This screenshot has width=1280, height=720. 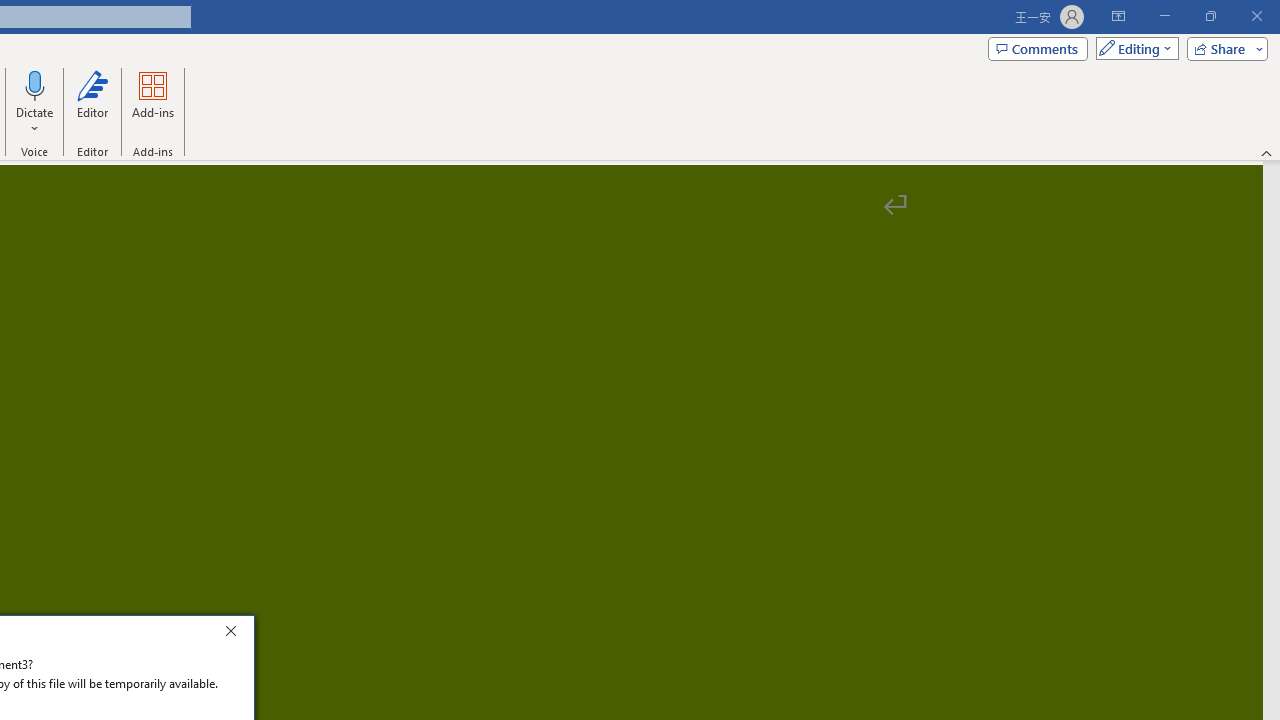 I want to click on 'Editor', so click(x=91, y=103).